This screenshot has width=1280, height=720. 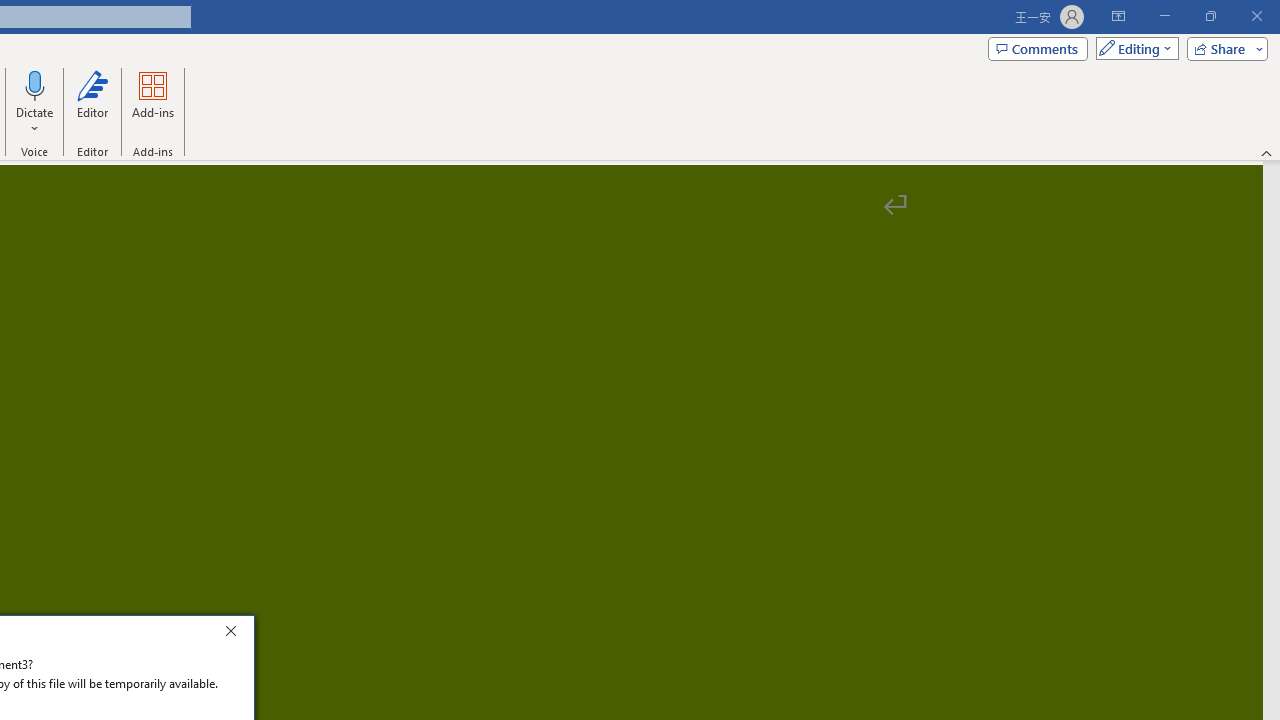 I want to click on 'Editor', so click(x=91, y=103).